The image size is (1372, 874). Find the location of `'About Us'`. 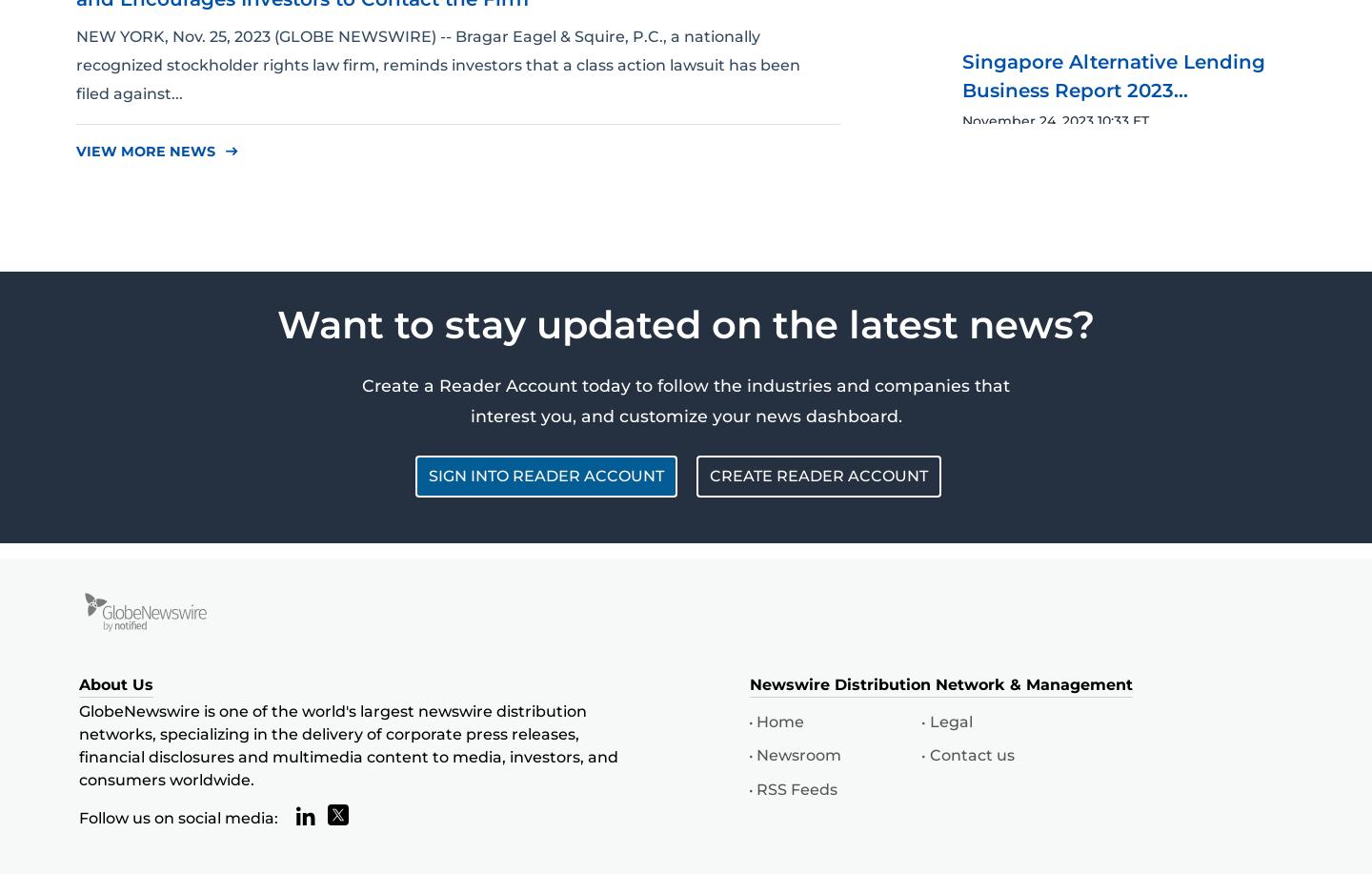

'About Us' is located at coordinates (114, 683).